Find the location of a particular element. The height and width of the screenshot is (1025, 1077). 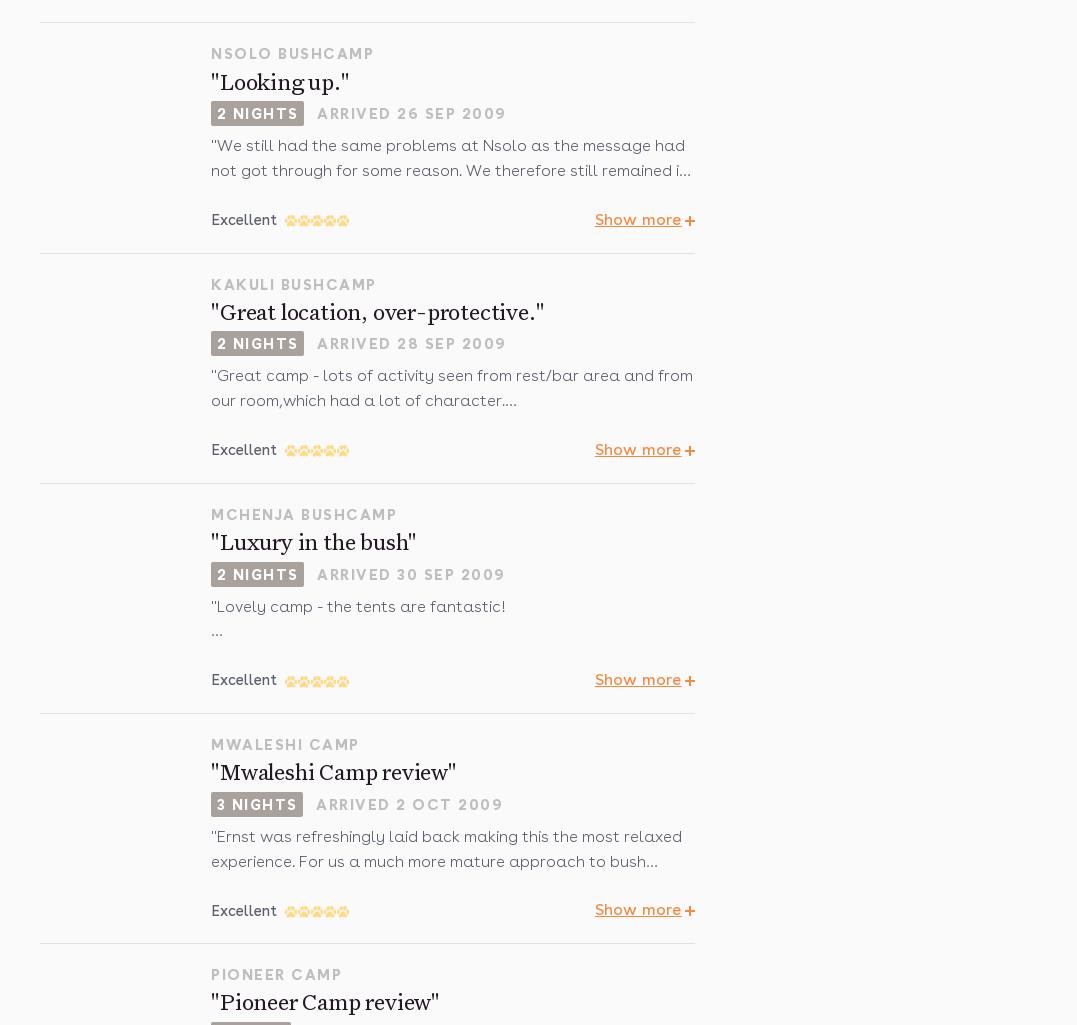

'"Pioneer Camp review"' is located at coordinates (325, 1002).